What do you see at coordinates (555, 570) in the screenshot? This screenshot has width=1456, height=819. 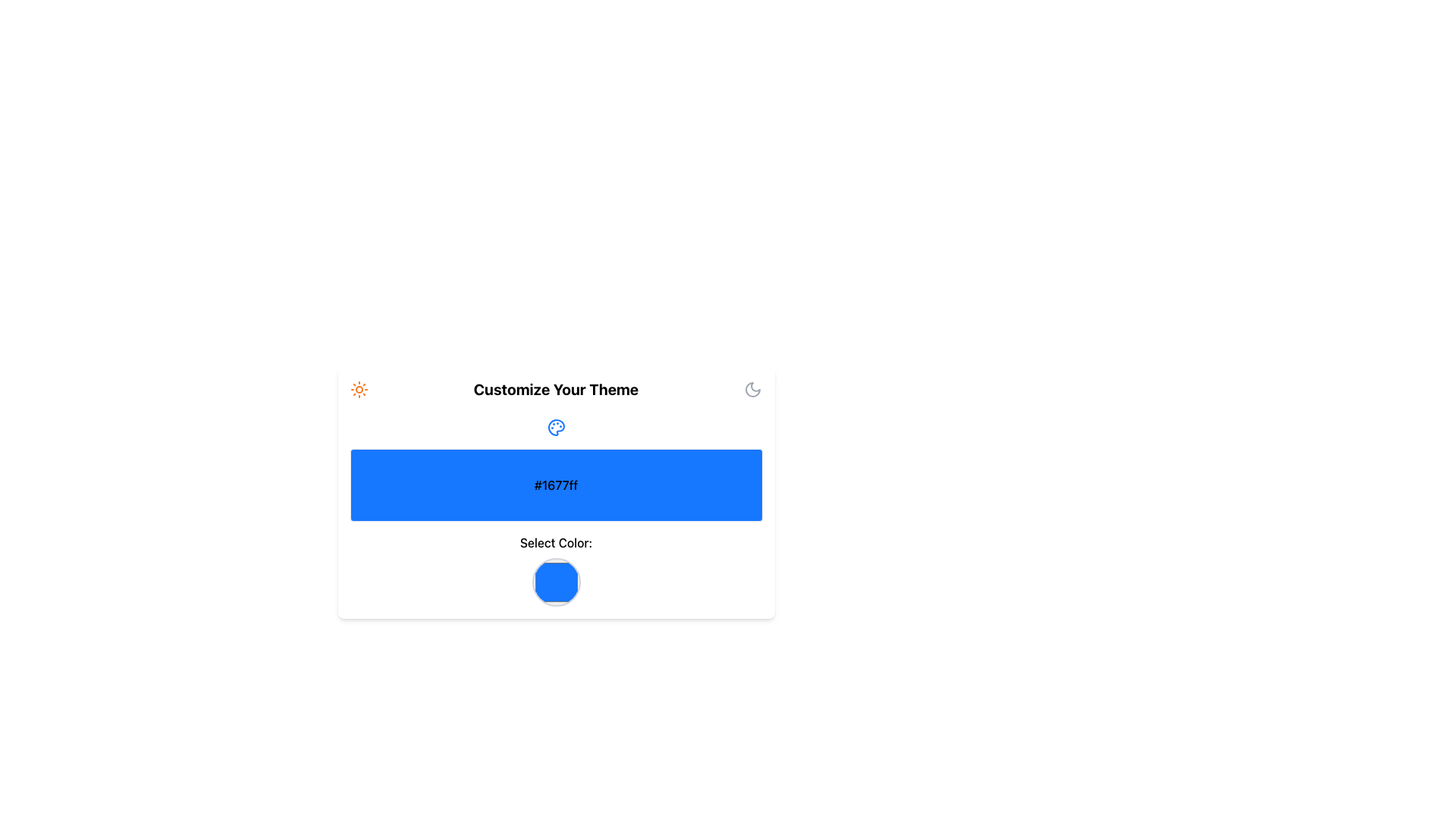 I see `the Color selector (circular) located at the bottom of the card beneath the '#1677ff' text block` at bounding box center [555, 570].